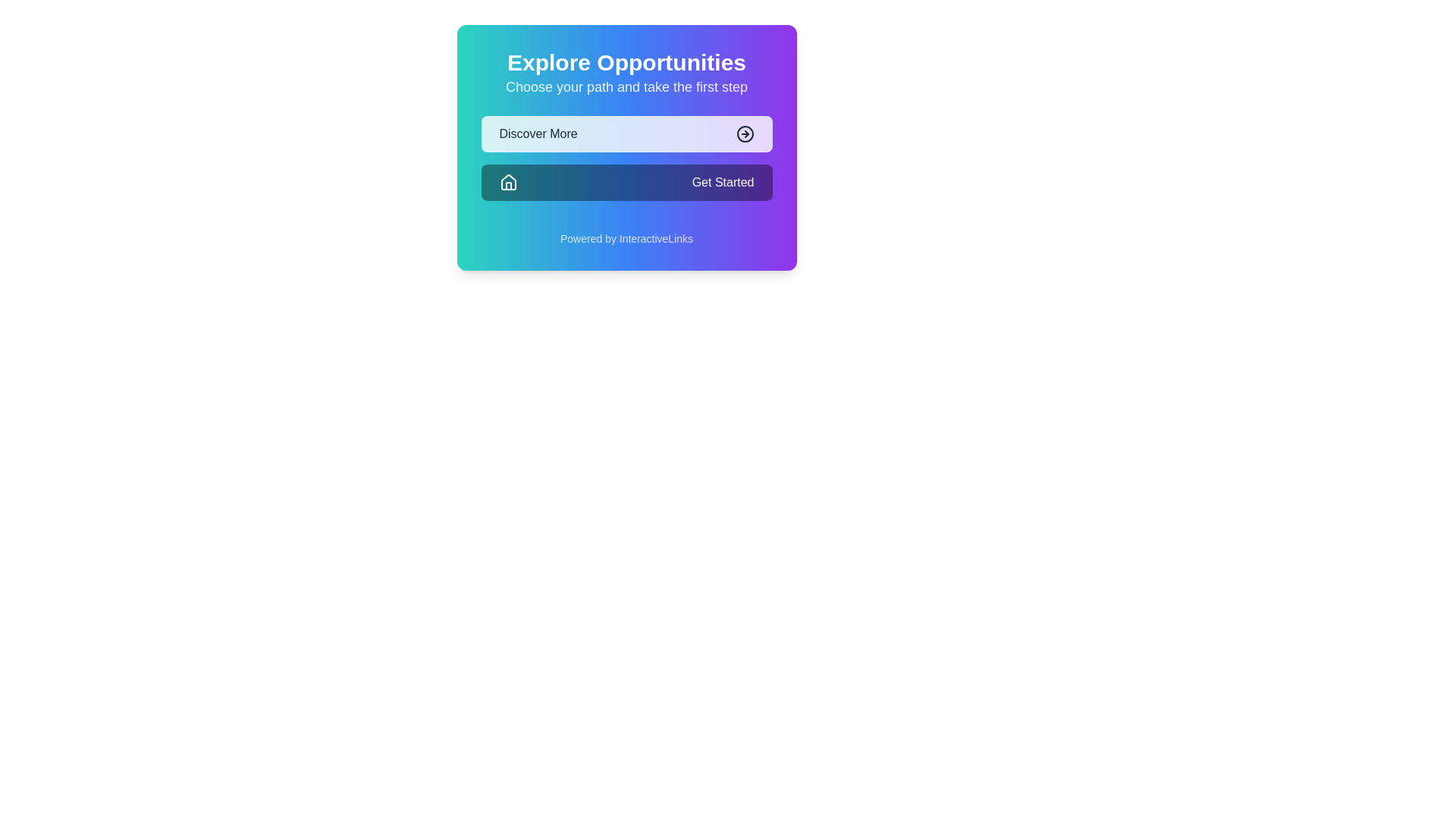 The height and width of the screenshot is (819, 1456). What do you see at coordinates (722, 181) in the screenshot?
I see `the 'Get Started' text label that is part of the button located beneath the 'Explore Opportunities' search bar, next to the house icon` at bounding box center [722, 181].